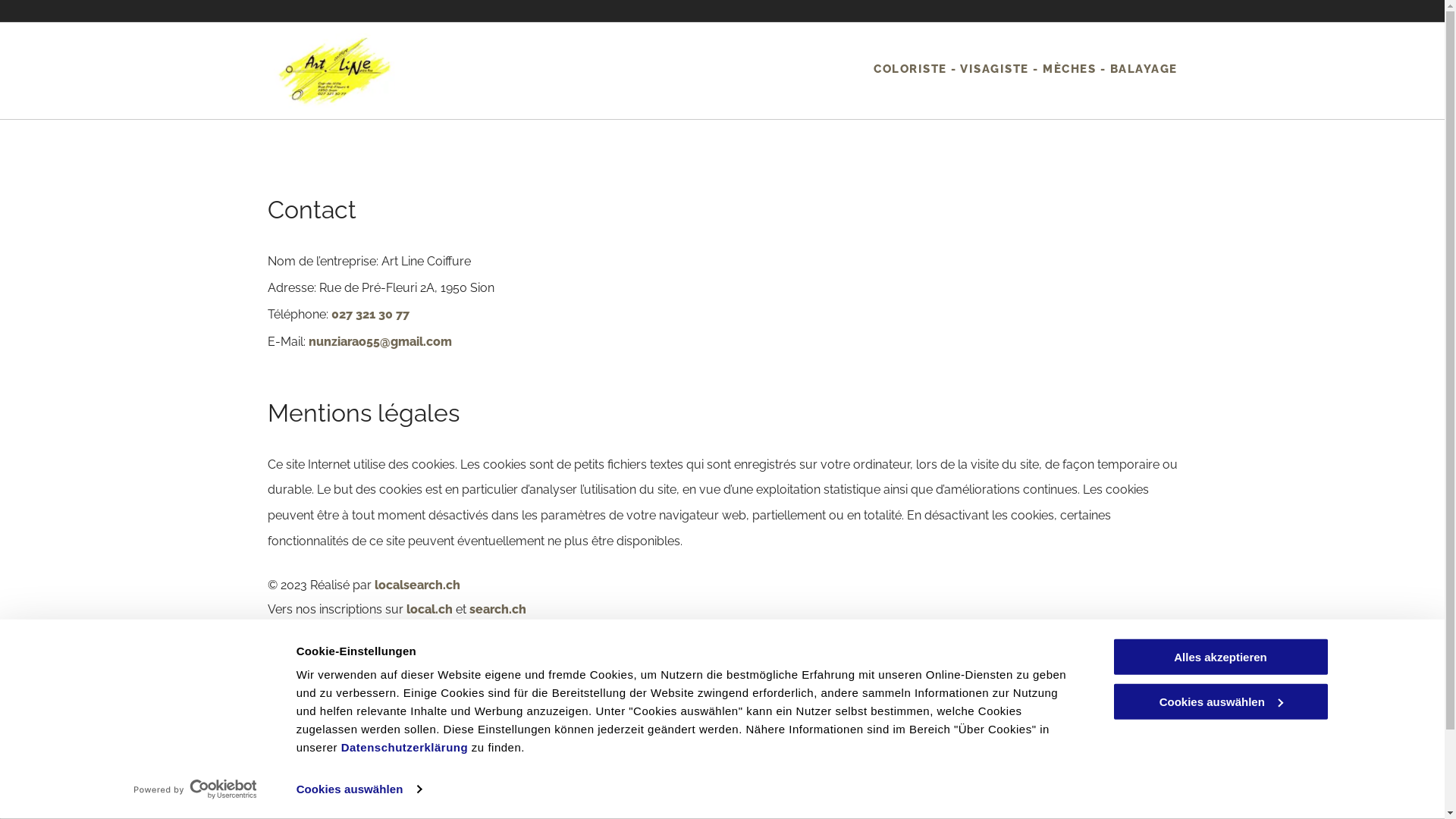 The image size is (1456, 819). I want to click on '027 321 30 77', so click(369, 313).